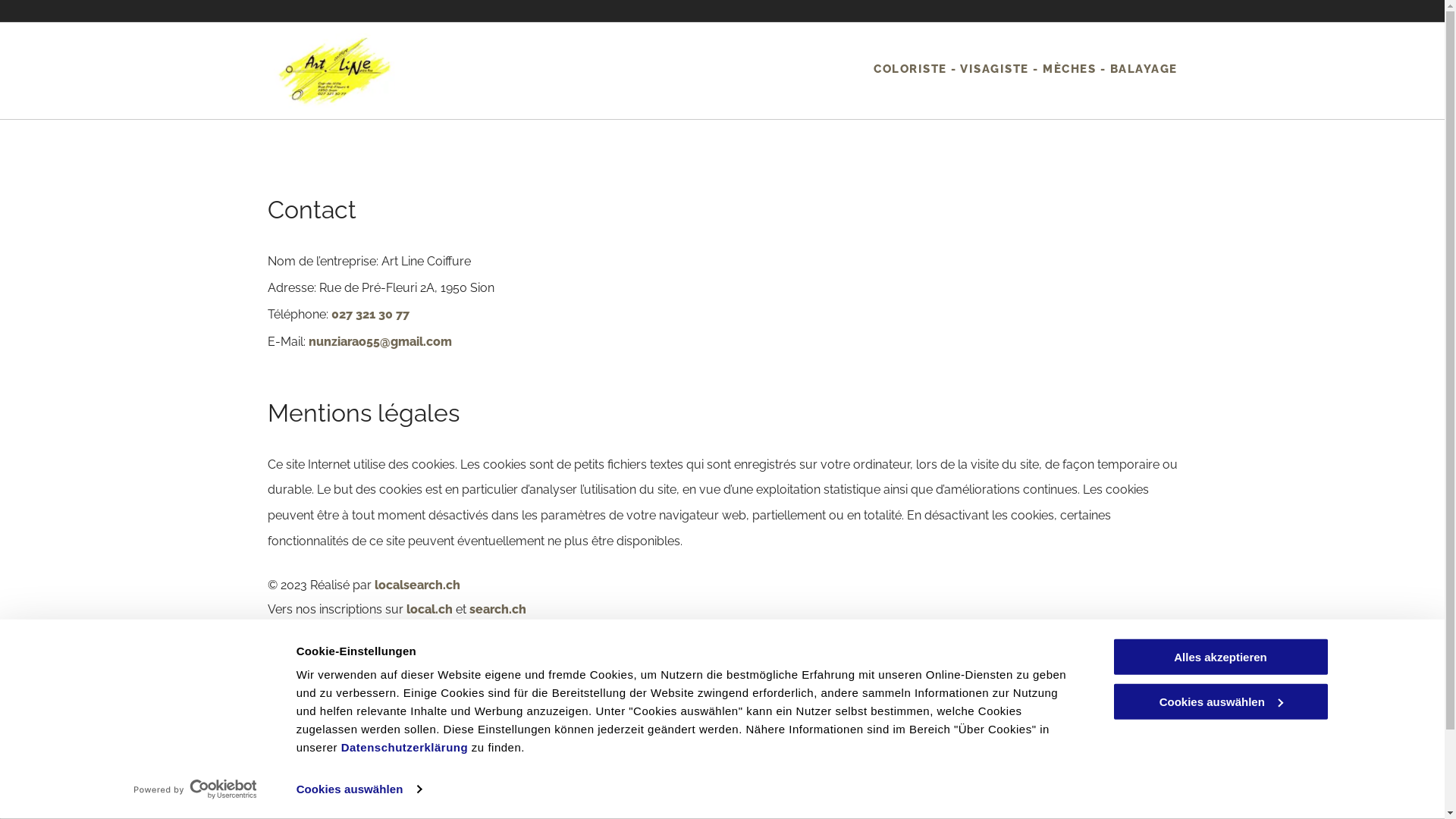 The image size is (1456, 819). I want to click on '027 321 30 77', so click(369, 313).